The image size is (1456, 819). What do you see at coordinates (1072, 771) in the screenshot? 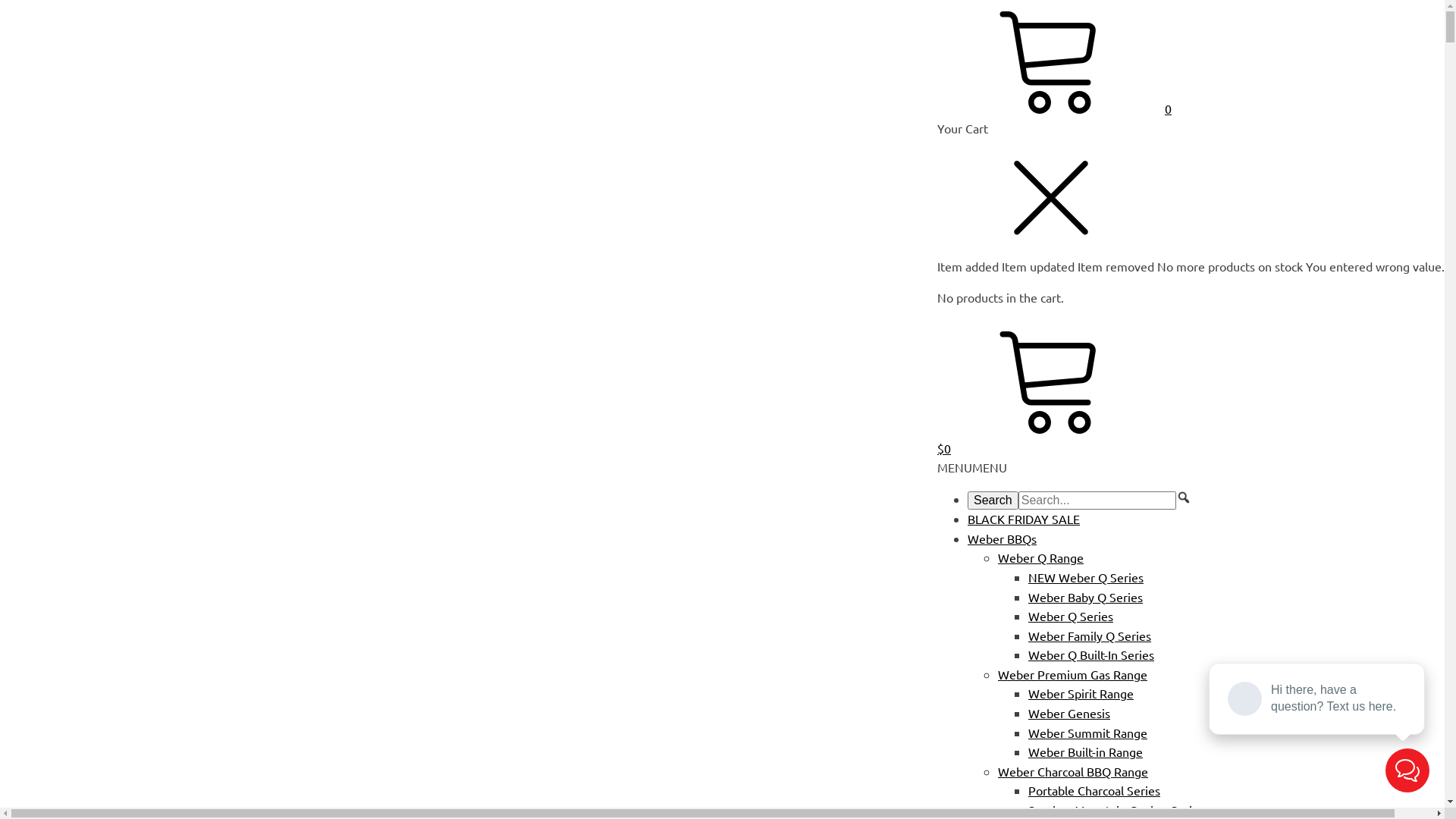
I see `'Weber Charcoal BBQ Range'` at bounding box center [1072, 771].